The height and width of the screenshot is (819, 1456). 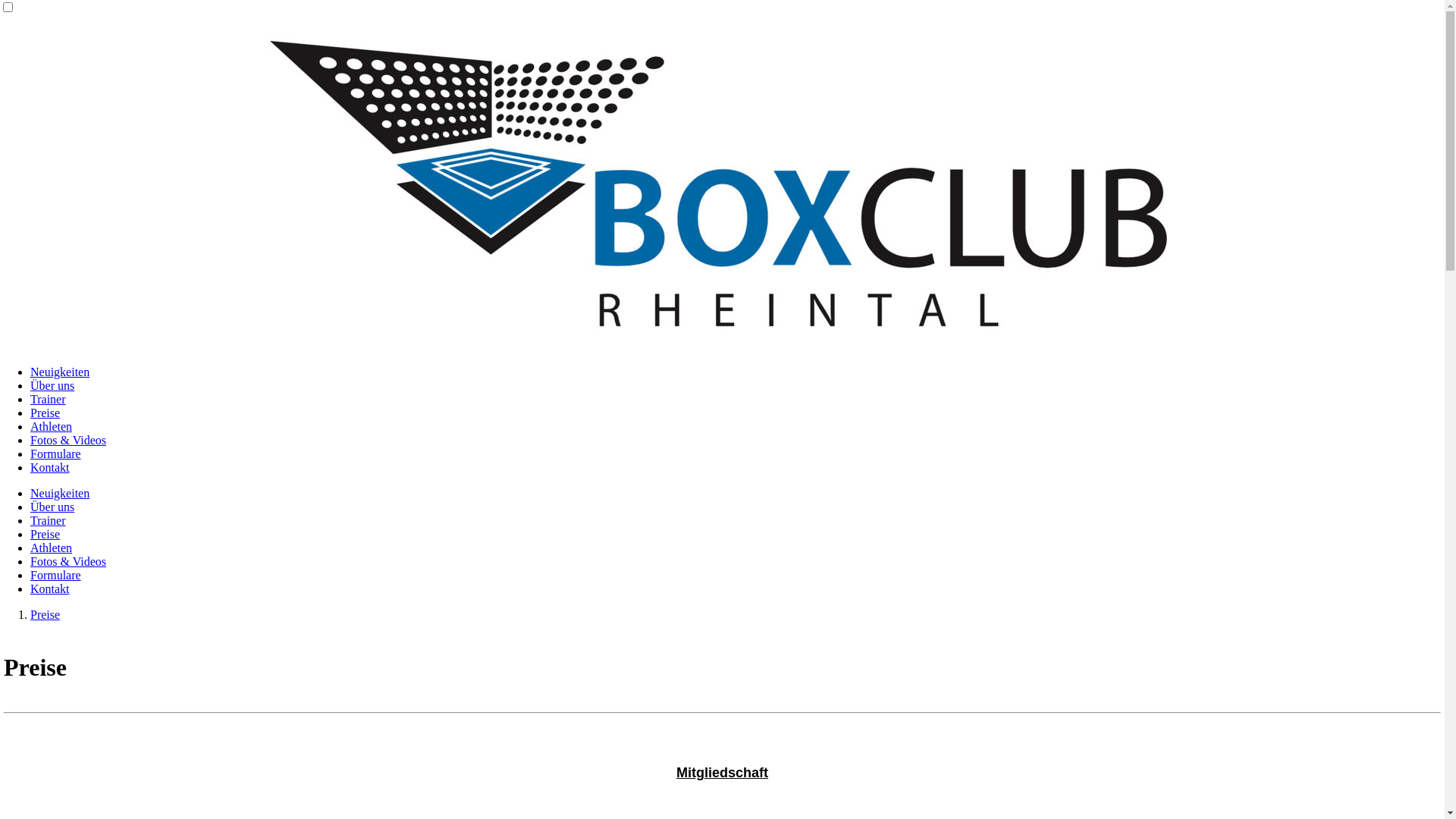 What do you see at coordinates (55, 575) in the screenshot?
I see `'Formulare'` at bounding box center [55, 575].